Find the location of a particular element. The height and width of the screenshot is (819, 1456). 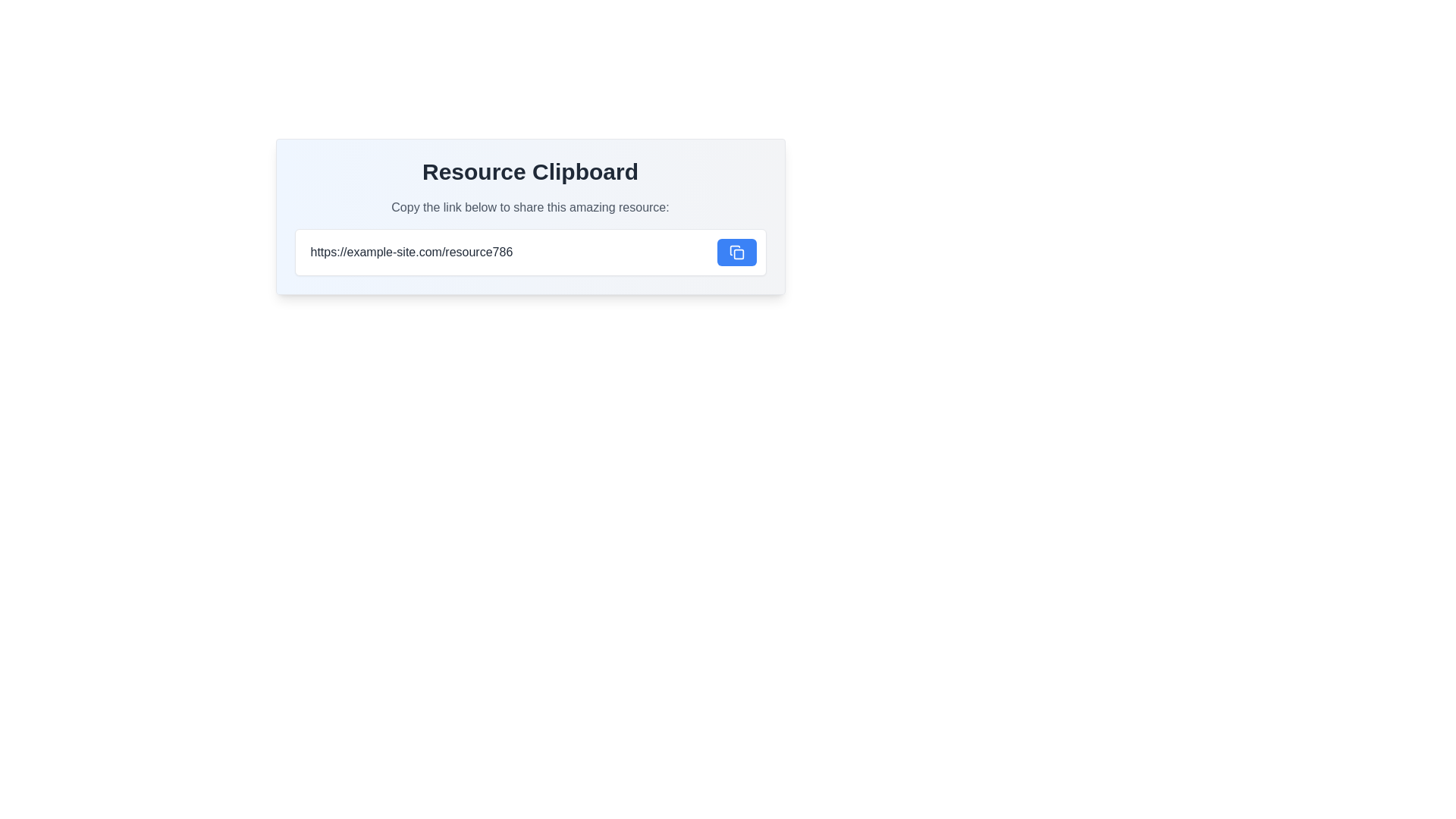

the rectangular text input field containing 'https://example-site.com/resource786' to focus on it is located at coordinates (507, 251).